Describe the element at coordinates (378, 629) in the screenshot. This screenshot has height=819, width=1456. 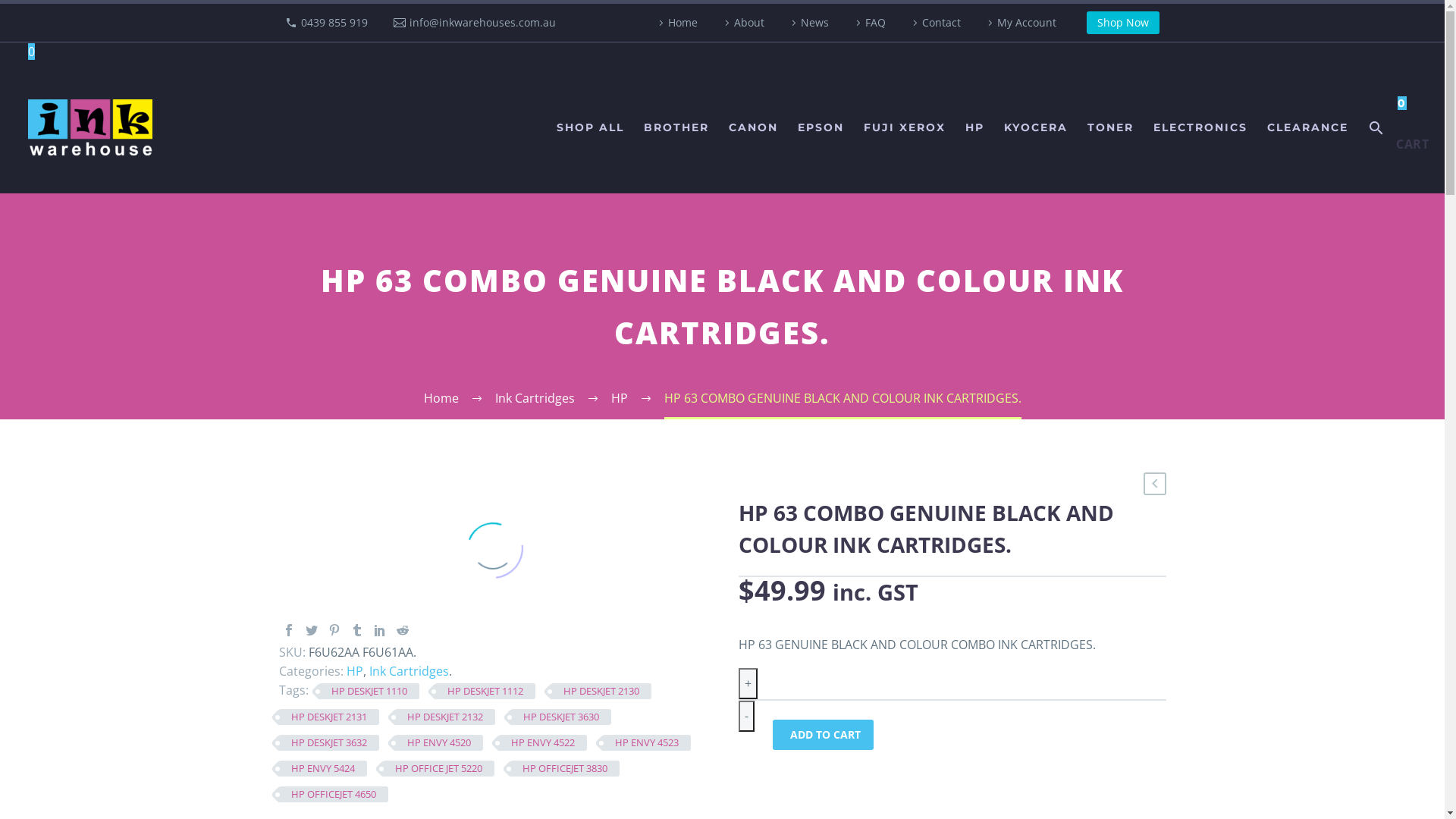
I see `'LinkedIn'` at that location.